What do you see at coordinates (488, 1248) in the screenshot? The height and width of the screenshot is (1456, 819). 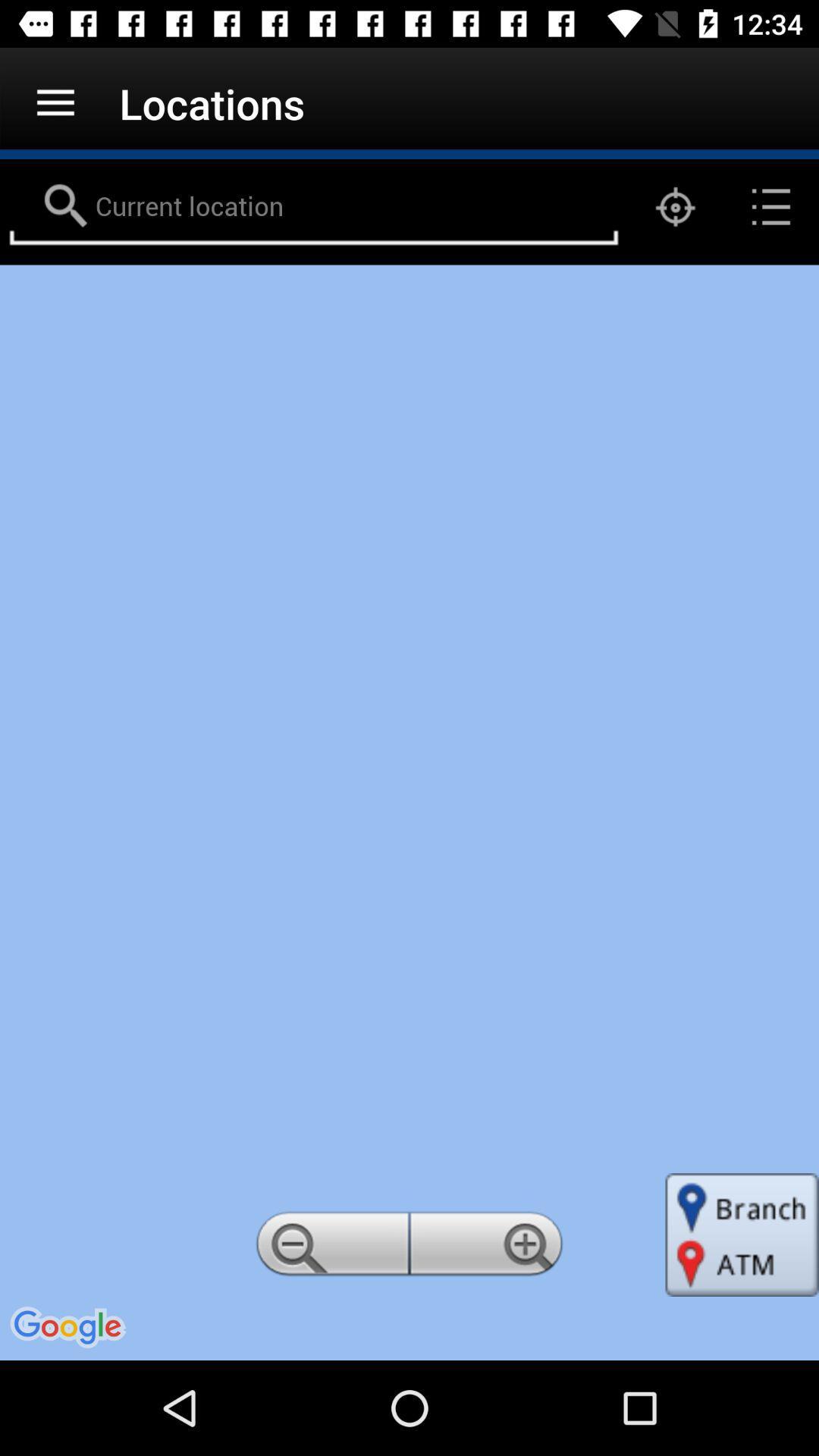 I see `maximize` at bounding box center [488, 1248].